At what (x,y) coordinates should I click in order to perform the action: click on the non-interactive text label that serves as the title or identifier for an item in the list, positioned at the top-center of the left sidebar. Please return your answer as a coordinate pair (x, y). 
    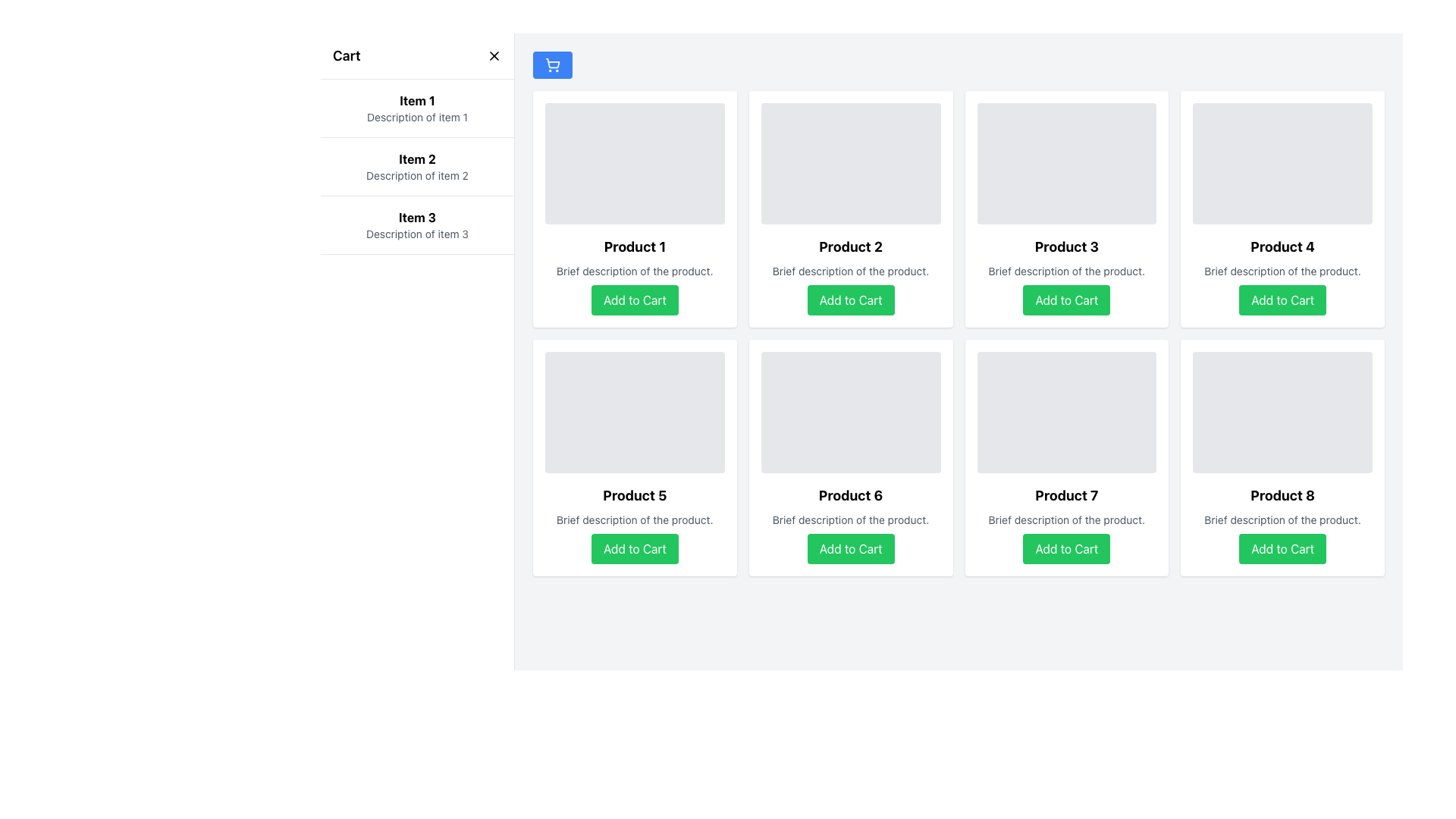
    Looking at the image, I should click on (417, 158).